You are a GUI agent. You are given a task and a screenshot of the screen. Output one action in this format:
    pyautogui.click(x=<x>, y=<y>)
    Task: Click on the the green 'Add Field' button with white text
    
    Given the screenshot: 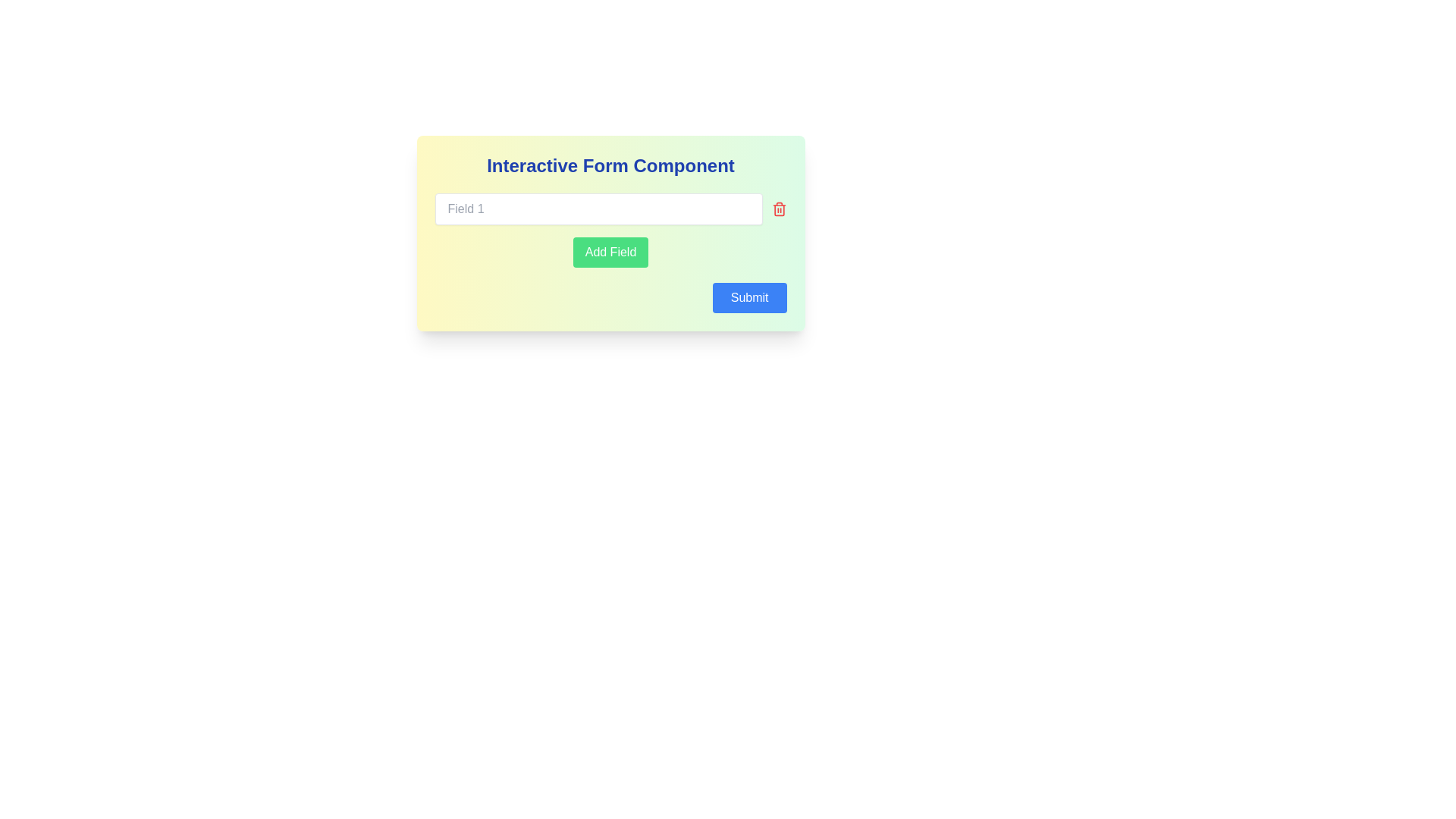 What is the action you would take?
    pyautogui.click(x=610, y=231)
    